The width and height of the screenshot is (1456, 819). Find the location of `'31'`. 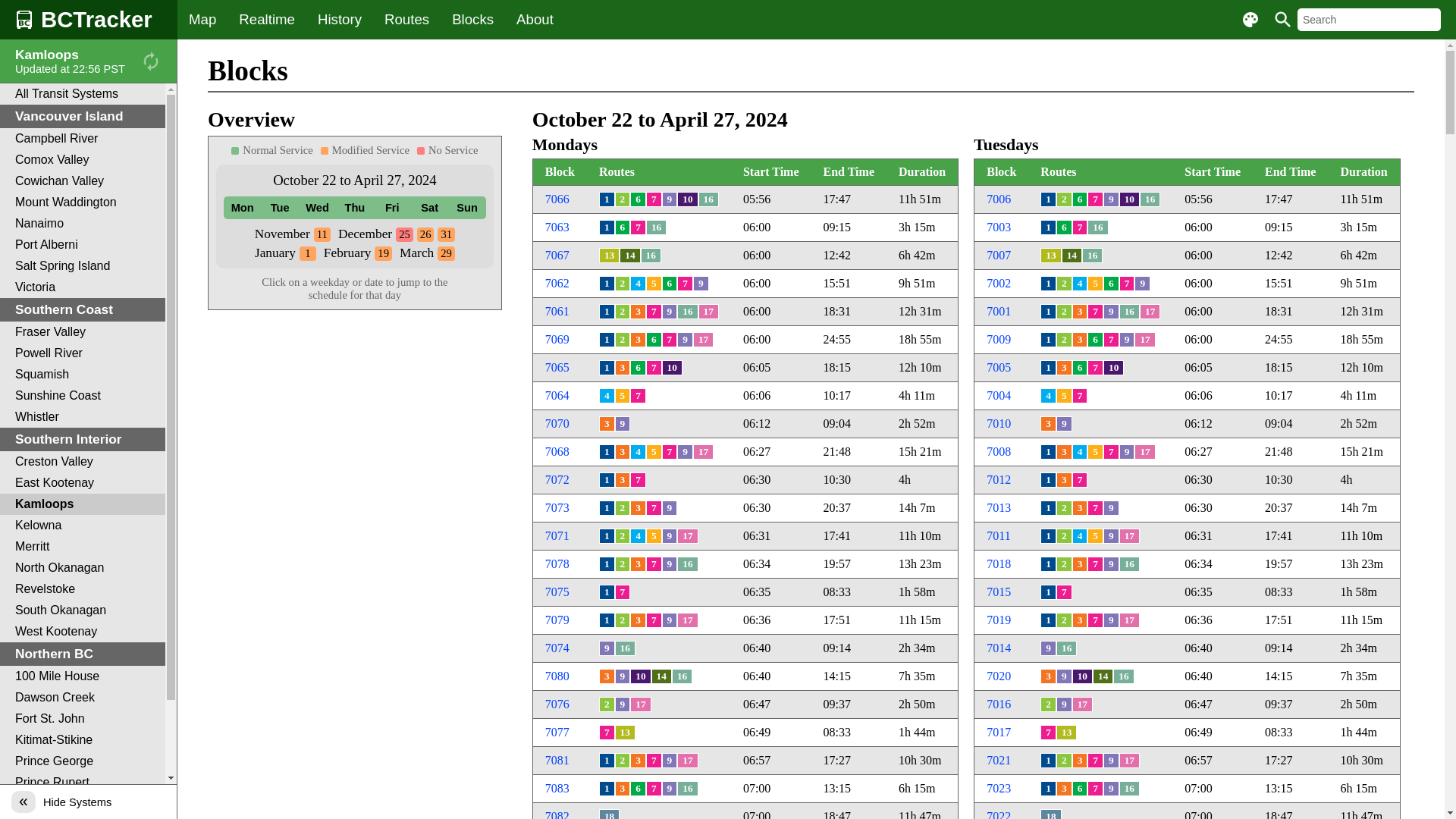

'31' is located at coordinates (445, 234).